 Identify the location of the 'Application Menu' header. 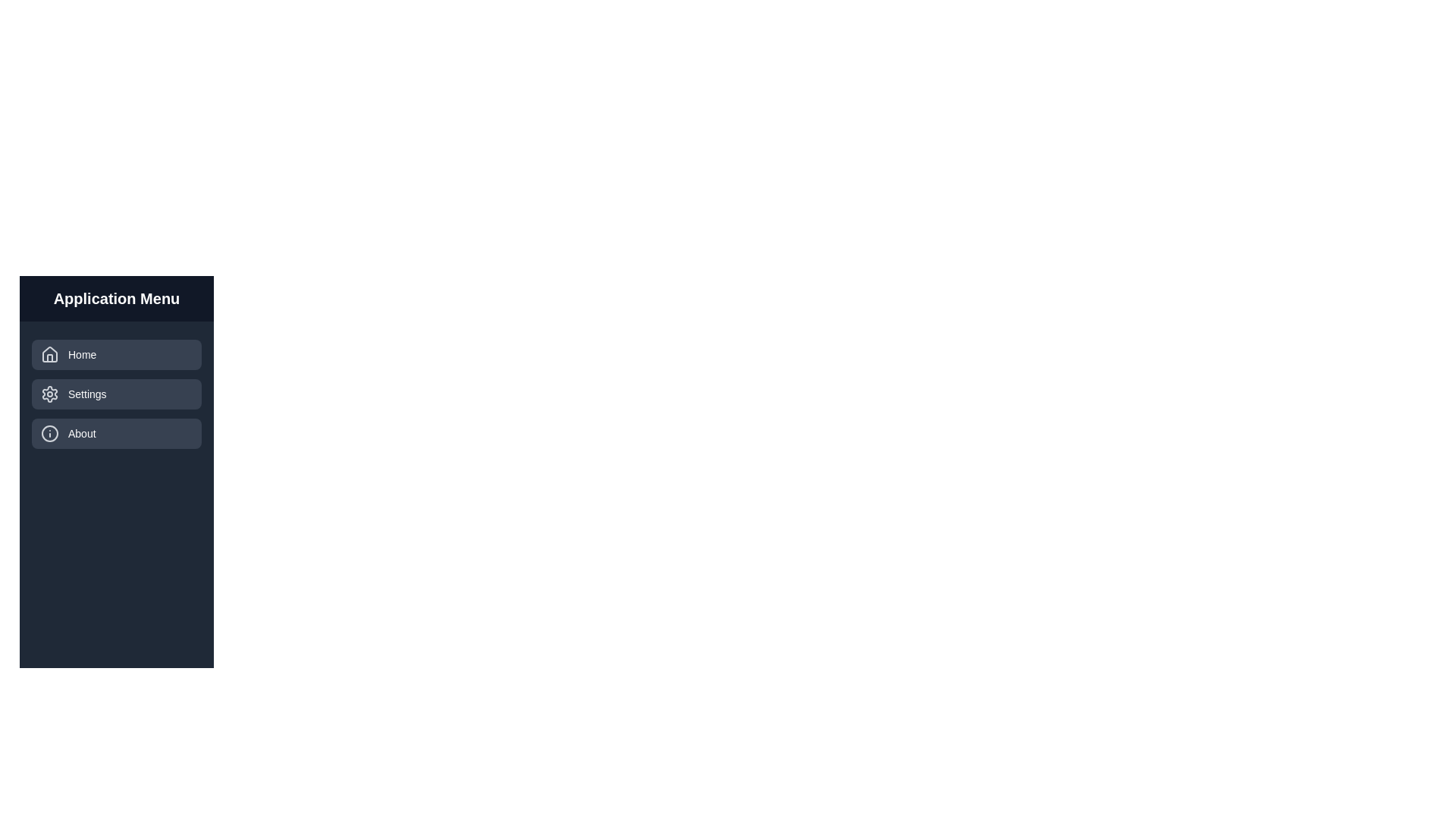
(115, 298).